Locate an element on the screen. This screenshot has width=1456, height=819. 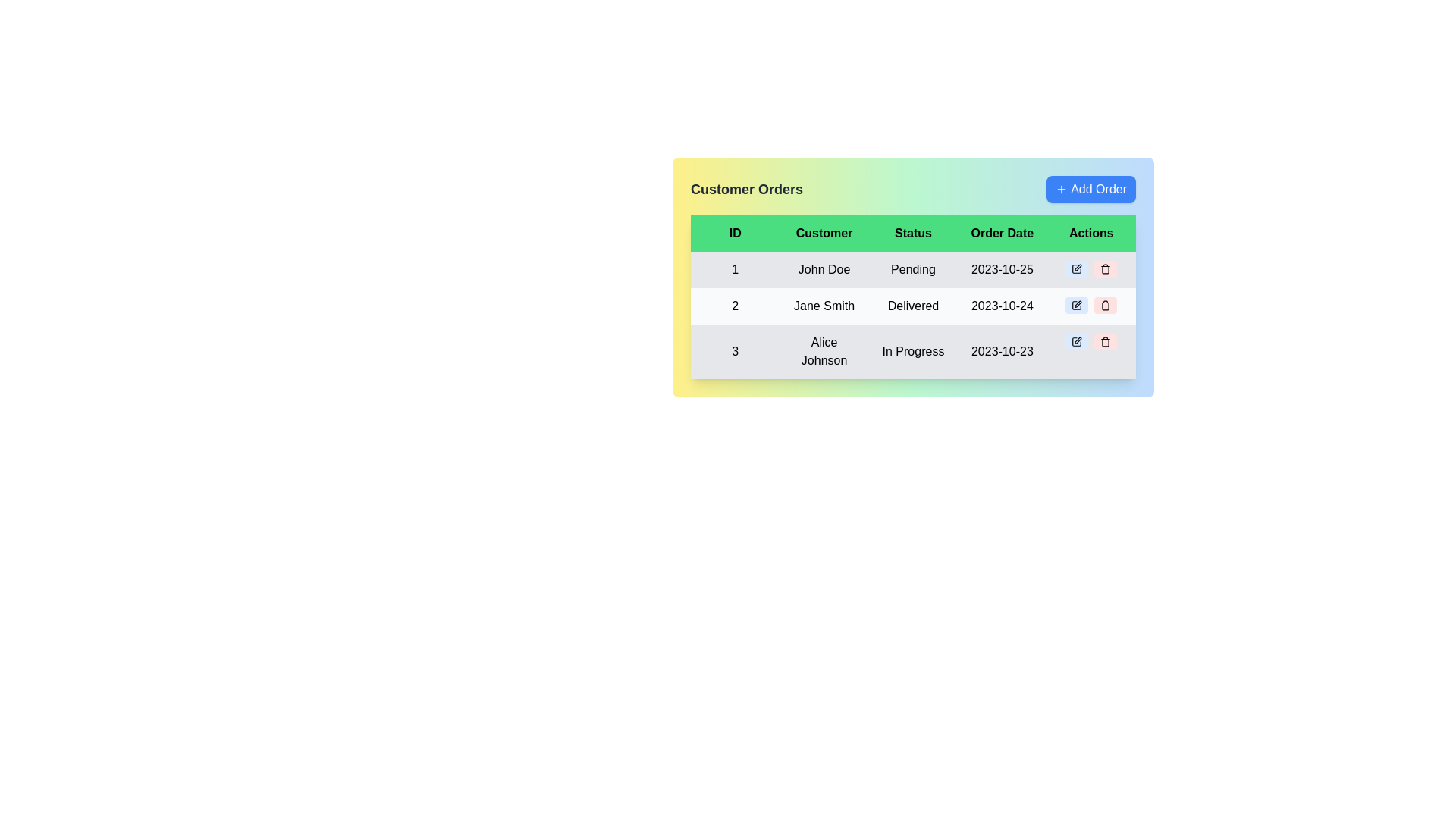
the static text displaying the order date for the entry corresponding to Jane Smith in the table is located at coordinates (1002, 306).